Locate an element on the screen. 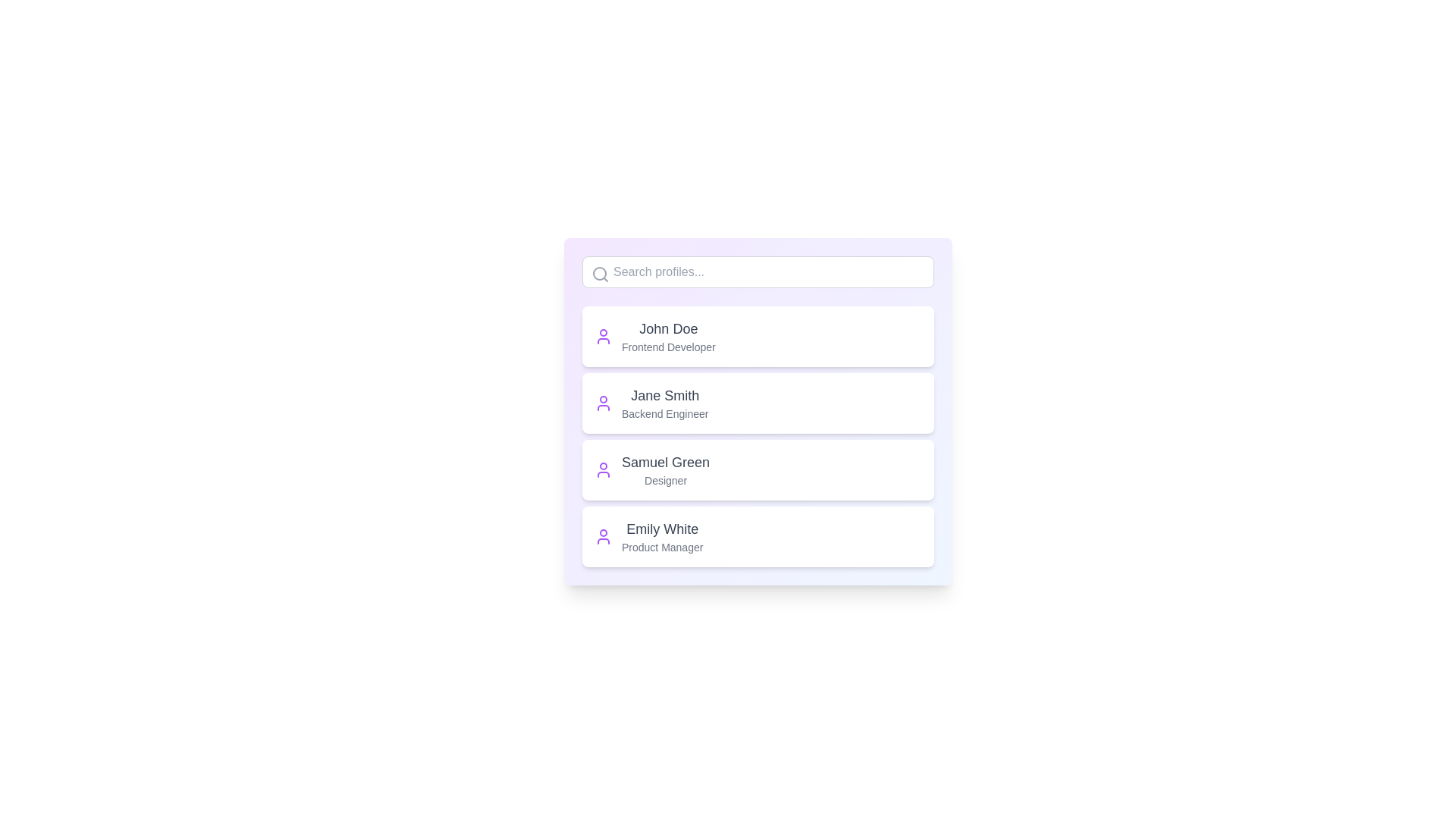 This screenshot has height=819, width=1456. text label displaying 'Backend Engineer', which is styled in gray and located below the 'Jane Smith' text in the second profile card from the top is located at coordinates (665, 414).